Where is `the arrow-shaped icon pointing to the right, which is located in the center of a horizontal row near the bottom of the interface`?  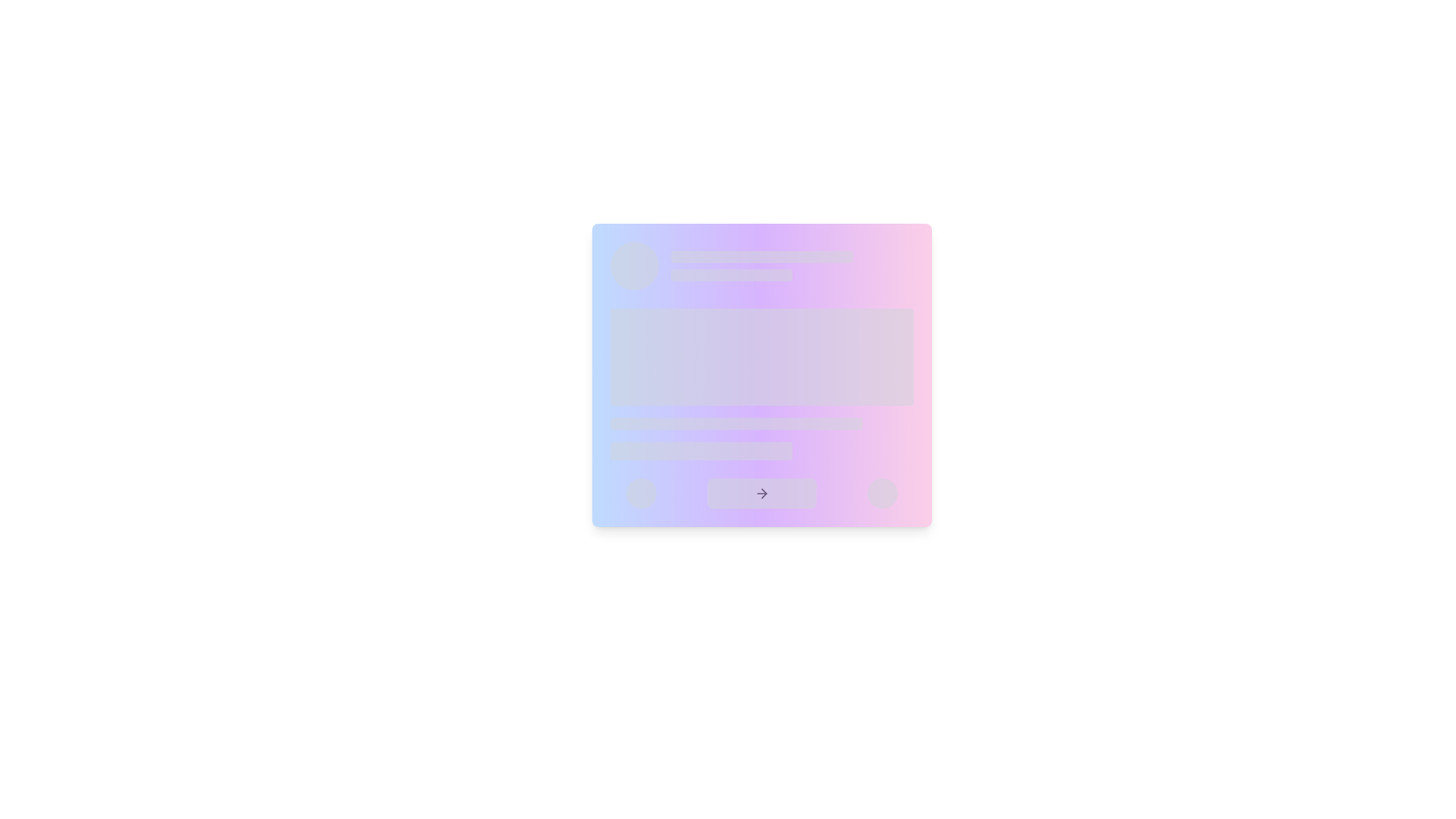
the arrow-shaped icon pointing to the right, which is located in the center of a horizontal row near the bottom of the interface is located at coordinates (761, 494).